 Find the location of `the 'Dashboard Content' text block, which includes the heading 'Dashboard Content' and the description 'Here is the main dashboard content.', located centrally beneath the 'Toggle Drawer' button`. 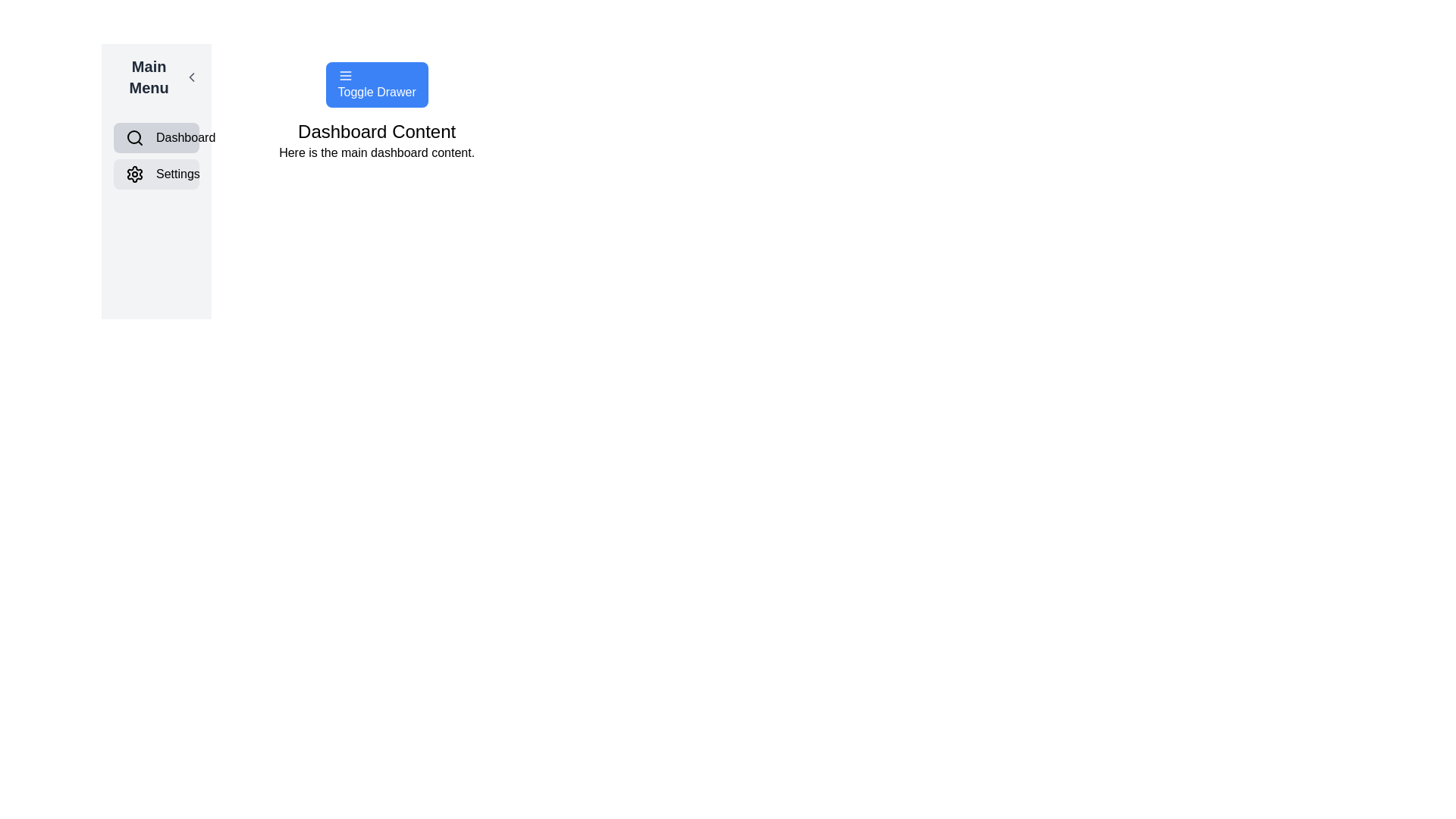

the 'Dashboard Content' text block, which includes the heading 'Dashboard Content' and the description 'Here is the main dashboard content.', located centrally beneath the 'Toggle Drawer' button is located at coordinates (377, 140).